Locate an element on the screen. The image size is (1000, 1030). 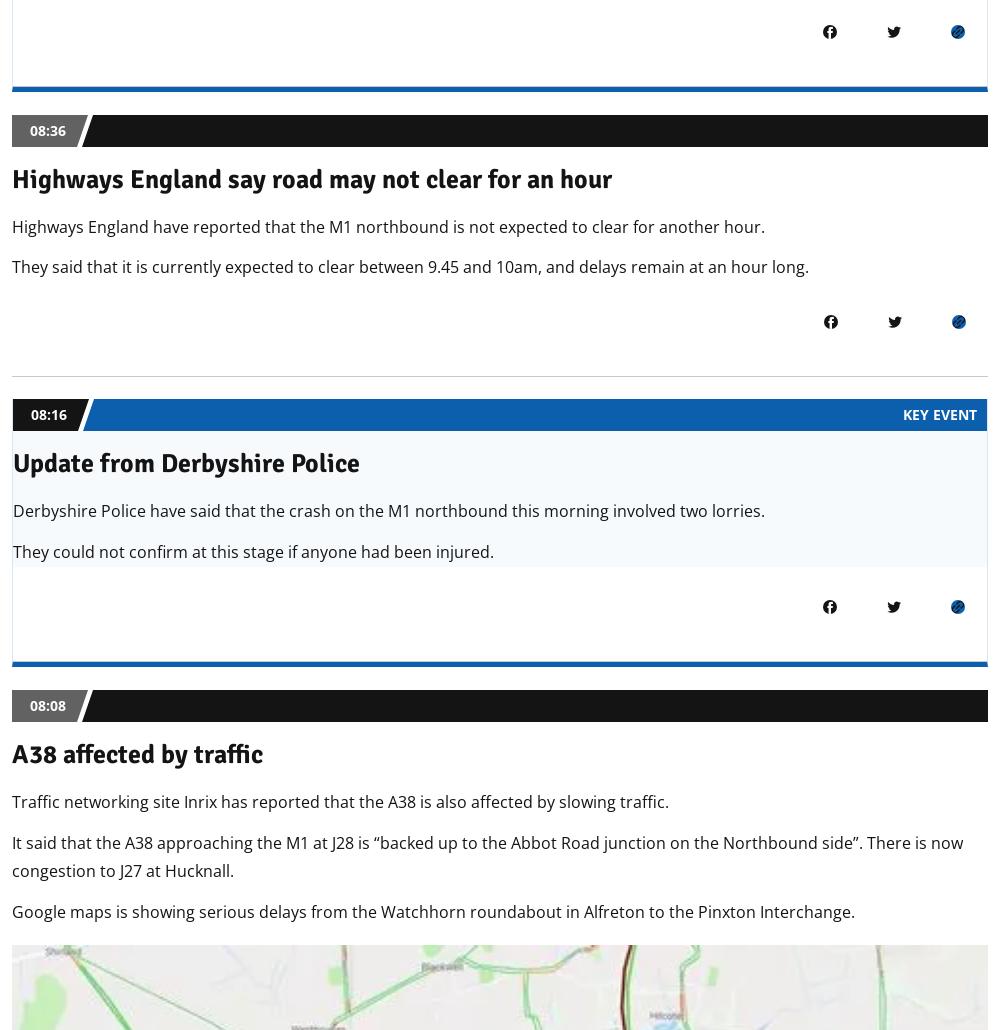
'08:16' is located at coordinates (49, 414).